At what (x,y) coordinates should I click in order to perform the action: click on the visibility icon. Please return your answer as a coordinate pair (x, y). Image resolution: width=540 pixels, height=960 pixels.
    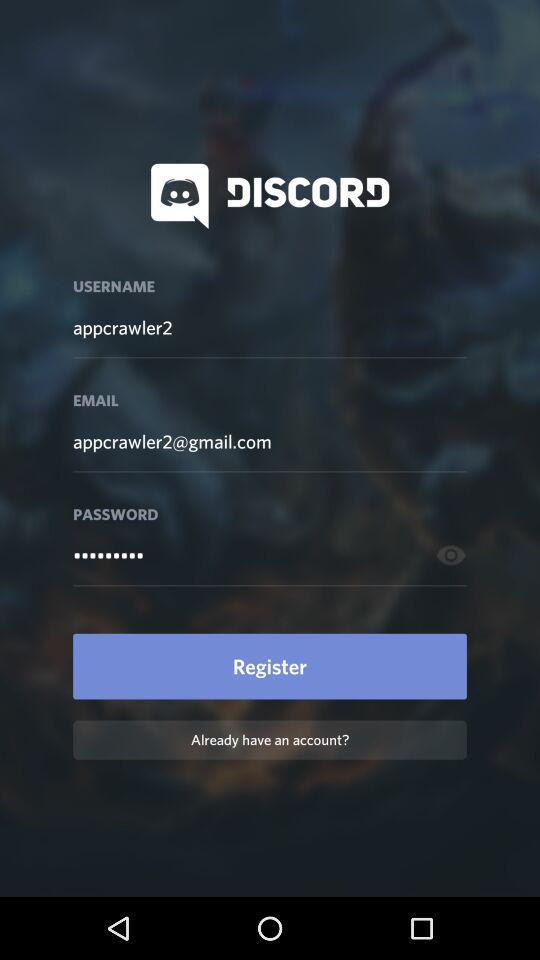
    Looking at the image, I should click on (451, 555).